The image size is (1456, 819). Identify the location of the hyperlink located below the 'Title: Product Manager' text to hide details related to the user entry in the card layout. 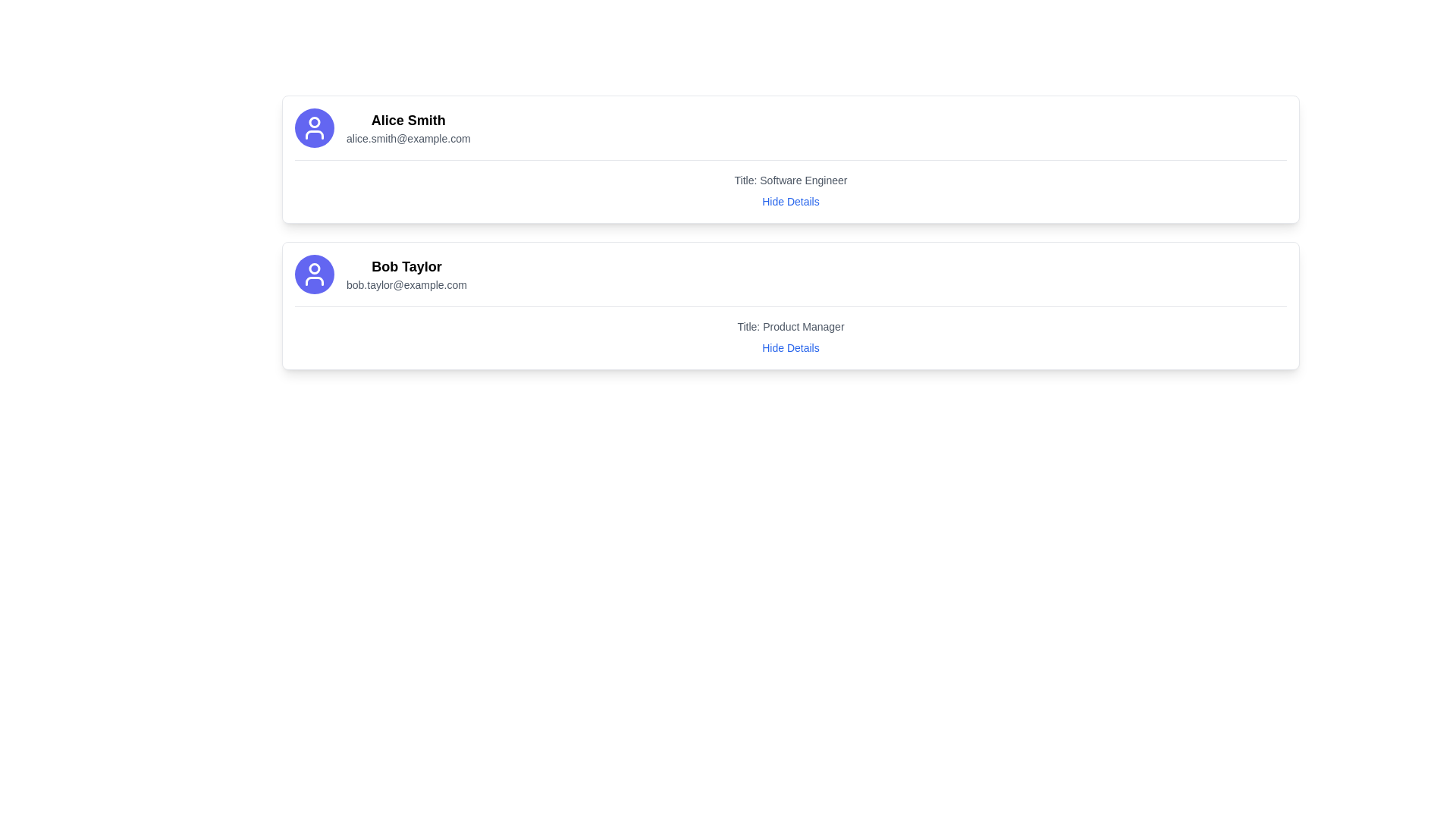
(789, 348).